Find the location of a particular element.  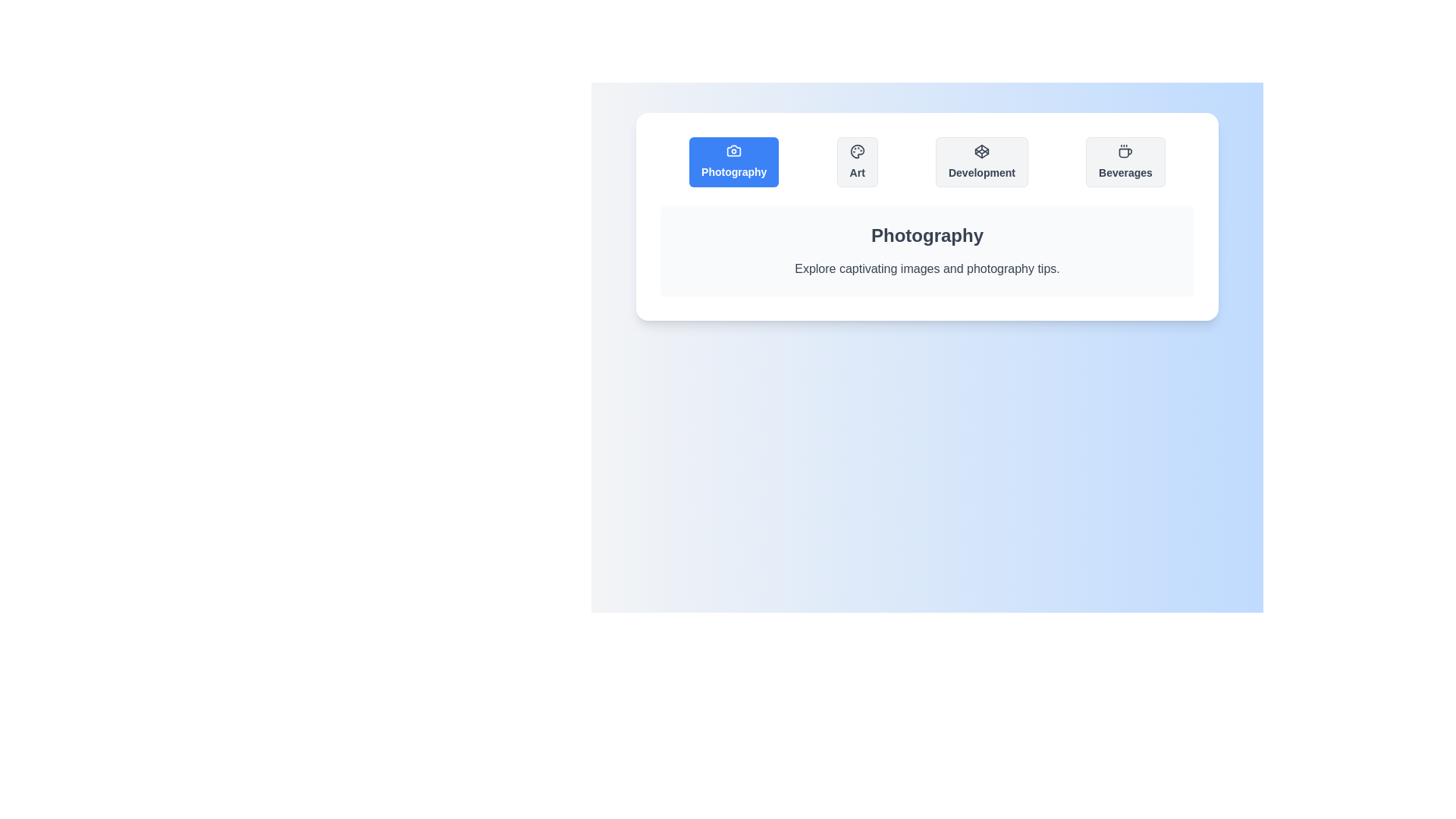

the tab labeled Development to view its content is located at coordinates (981, 162).